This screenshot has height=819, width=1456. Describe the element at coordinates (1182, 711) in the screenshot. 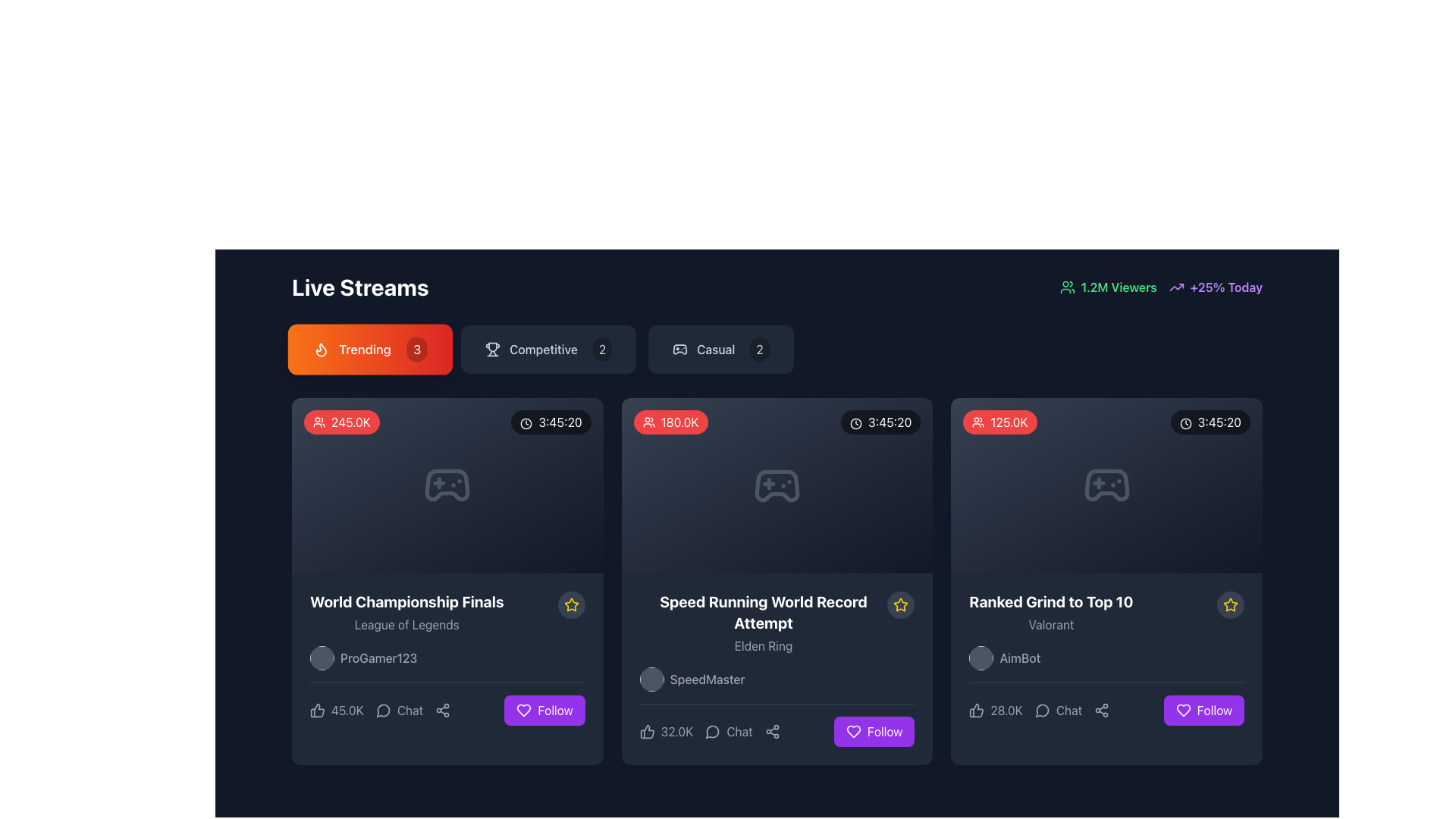

I see `the heart icon inside the purple 'Follow' button located at the bottom-right corner of the 'Ranked Grind to Top 10' card` at that location.